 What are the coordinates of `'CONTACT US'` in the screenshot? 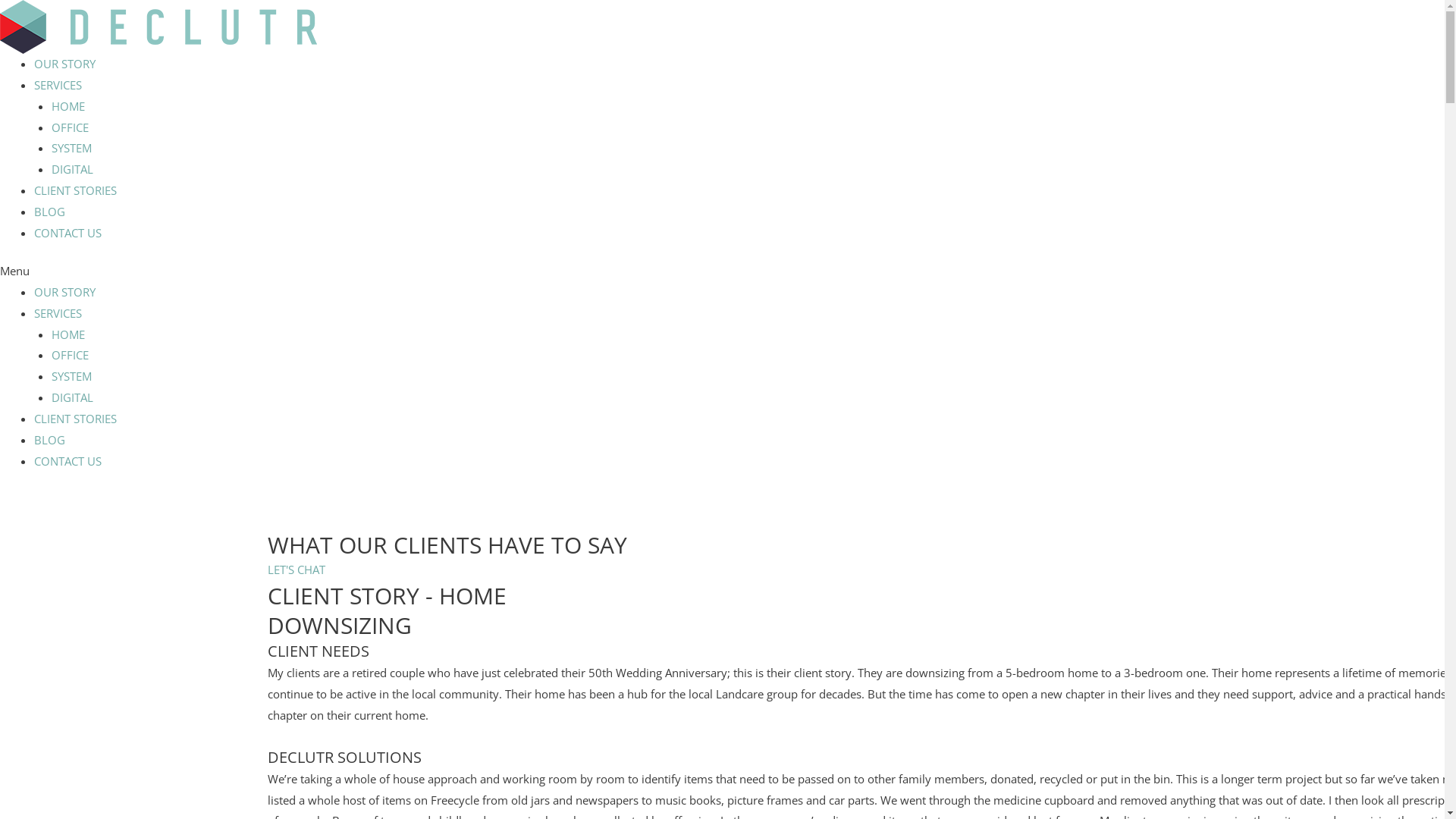 It's located at (67, 233).